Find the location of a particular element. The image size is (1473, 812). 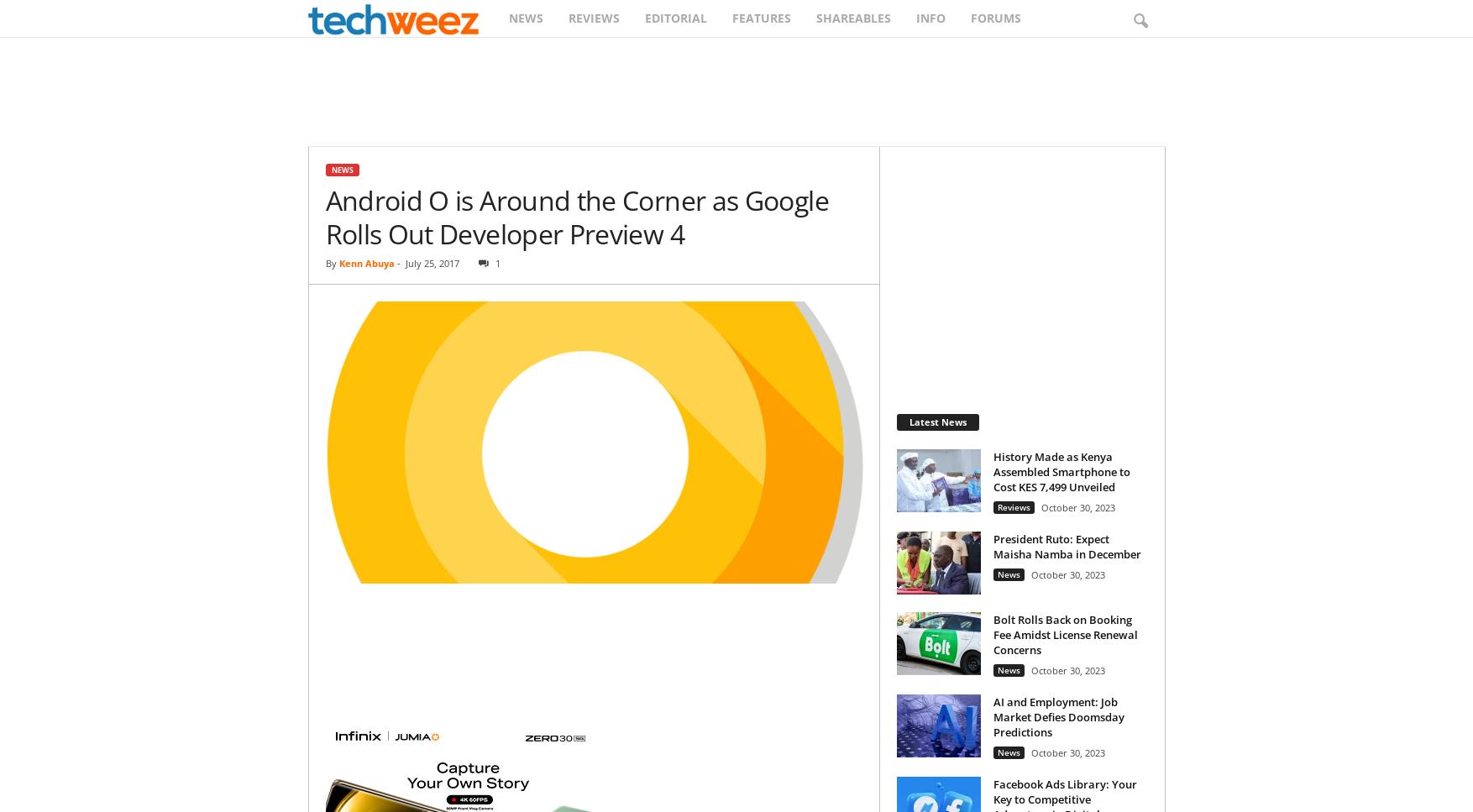

'Android O is Around the Corner as Google Rolls Out Developer Preview 4' is located at coordinates (575, 217).